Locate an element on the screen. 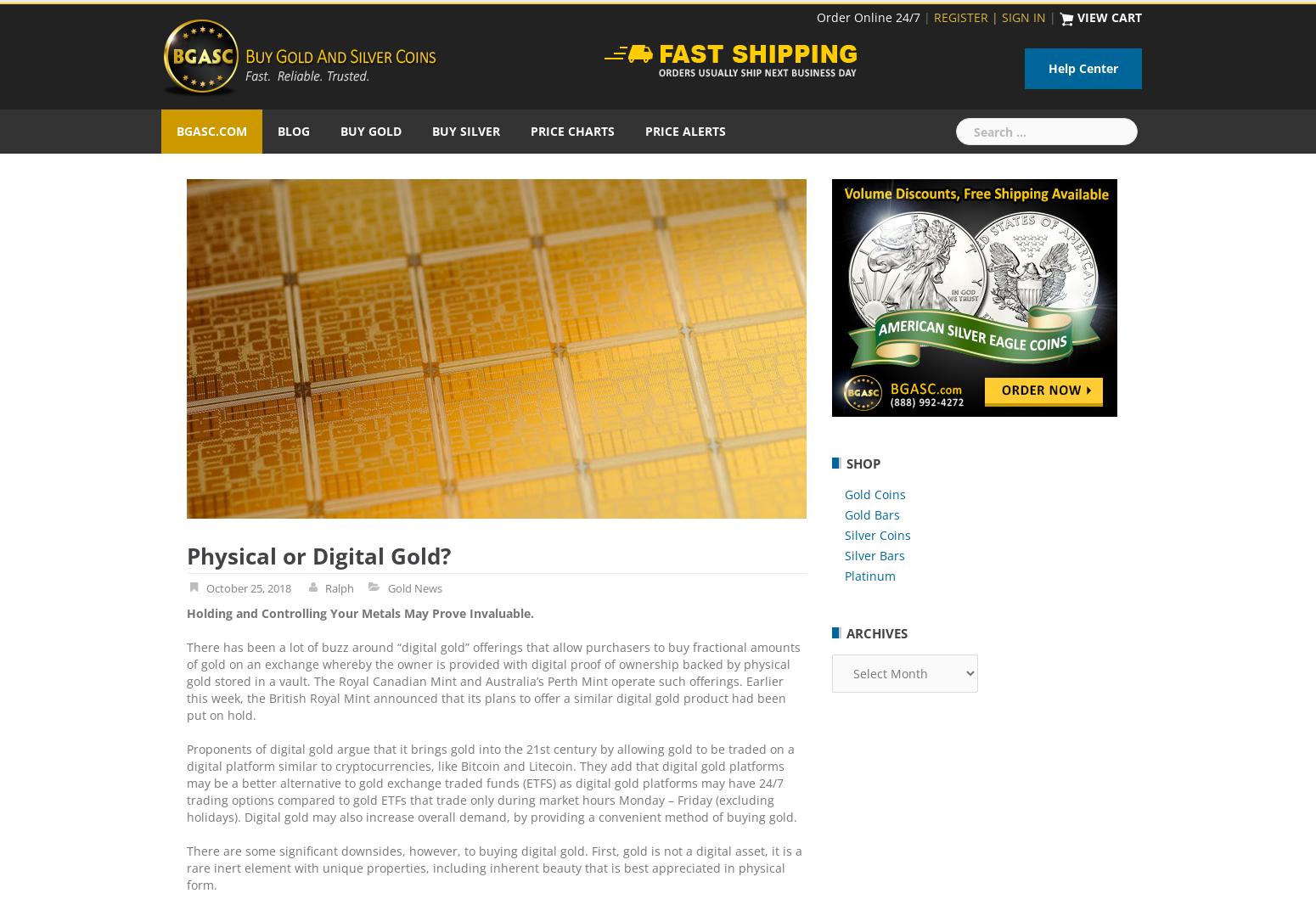  'There has been a lot of buzz around “digital gold” offerings that allow purchasers to buy fractional amounts of gold on an exchange whereby the owner is provided with digital proof of ownership backed by physical gold stored in a vault. The Royal Canadian Mint and Australia’s Perth Mint operate such offerings. Earlier this week, the British Royal Mint announced that its plans to offer a similar digital gold product had been put on hold.' is located at coordinates (493, 680).